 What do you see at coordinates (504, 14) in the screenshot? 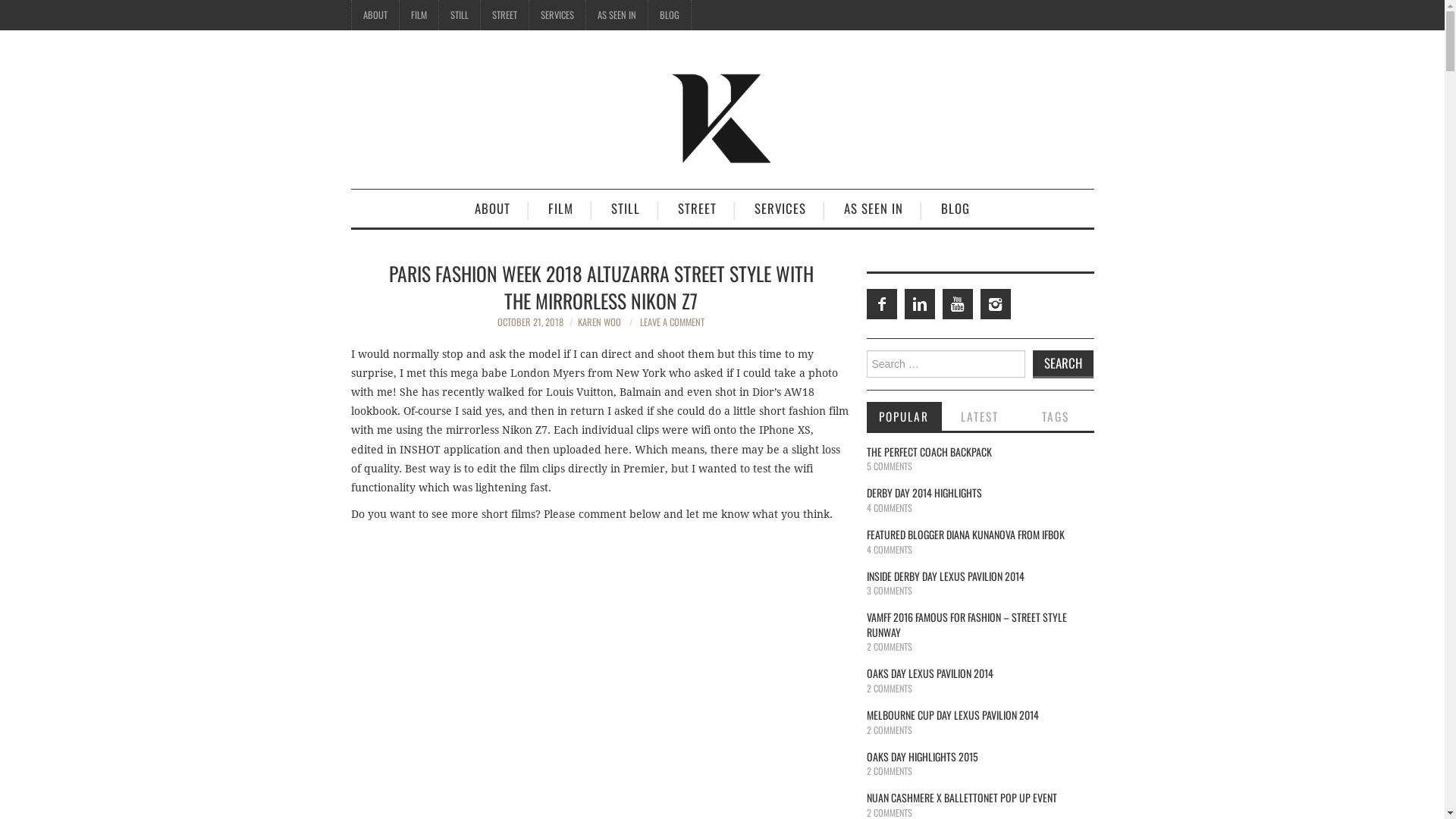
I see `'STREET'` at bounding box center [504, 14].